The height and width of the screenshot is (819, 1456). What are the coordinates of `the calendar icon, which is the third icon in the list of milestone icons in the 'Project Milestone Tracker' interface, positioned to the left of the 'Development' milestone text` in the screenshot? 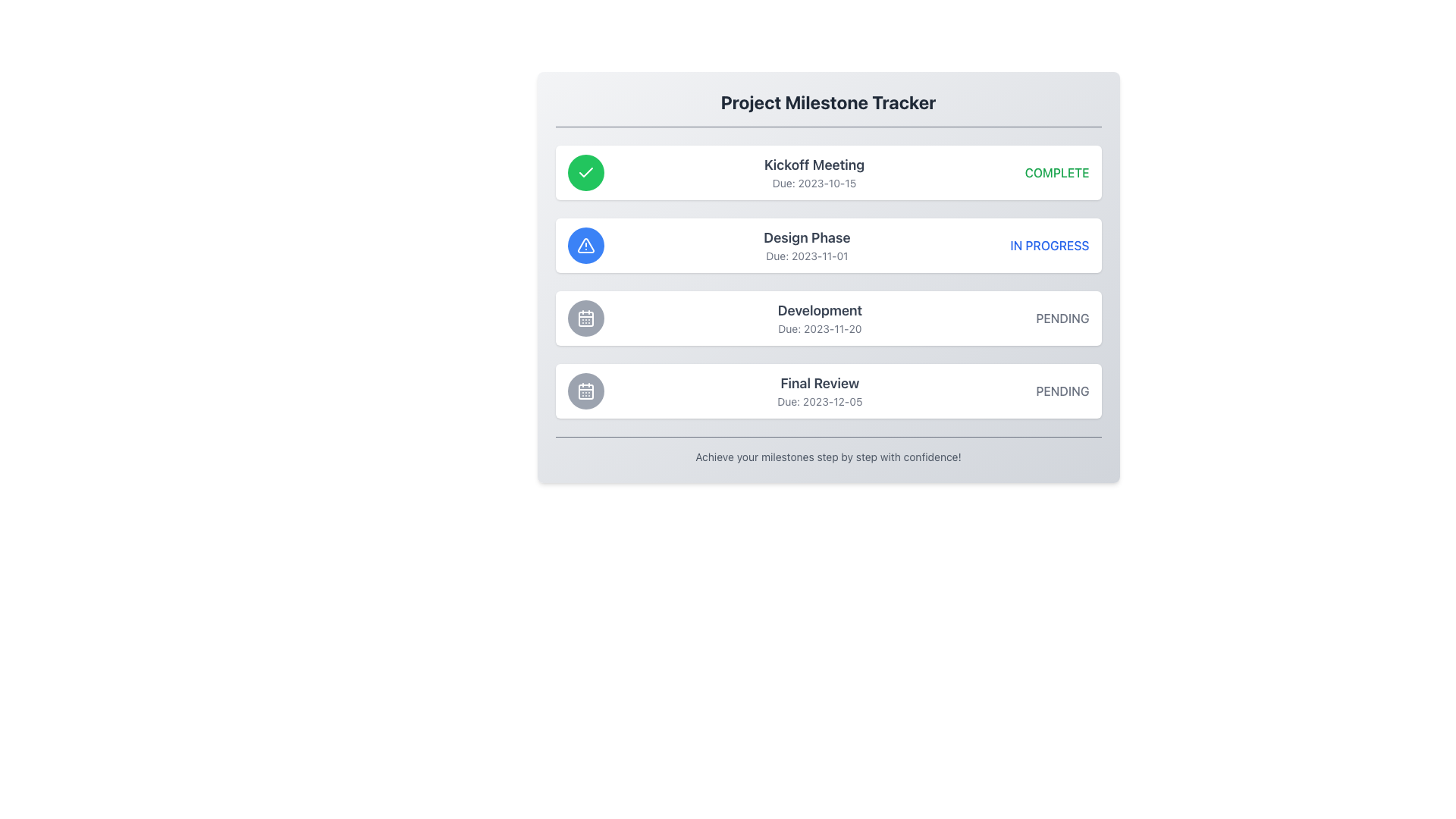 It's located at (585, 318).